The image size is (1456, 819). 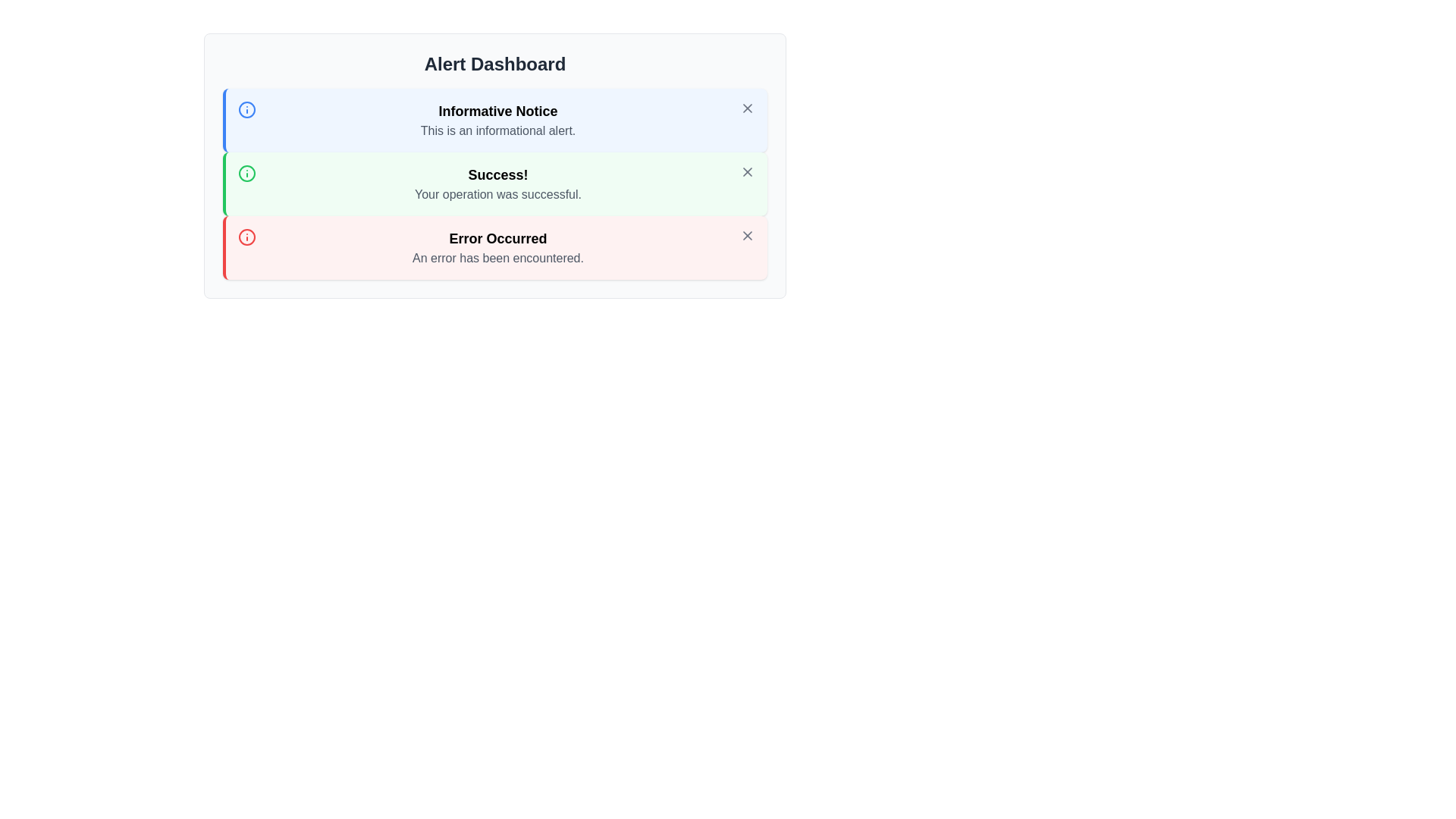 I want to click on the close button represented by a gray 'X' symbol that turns red on hover, located at the top-right corner of the 'Error Occurred' alert message box, so click(x=747, y=236).